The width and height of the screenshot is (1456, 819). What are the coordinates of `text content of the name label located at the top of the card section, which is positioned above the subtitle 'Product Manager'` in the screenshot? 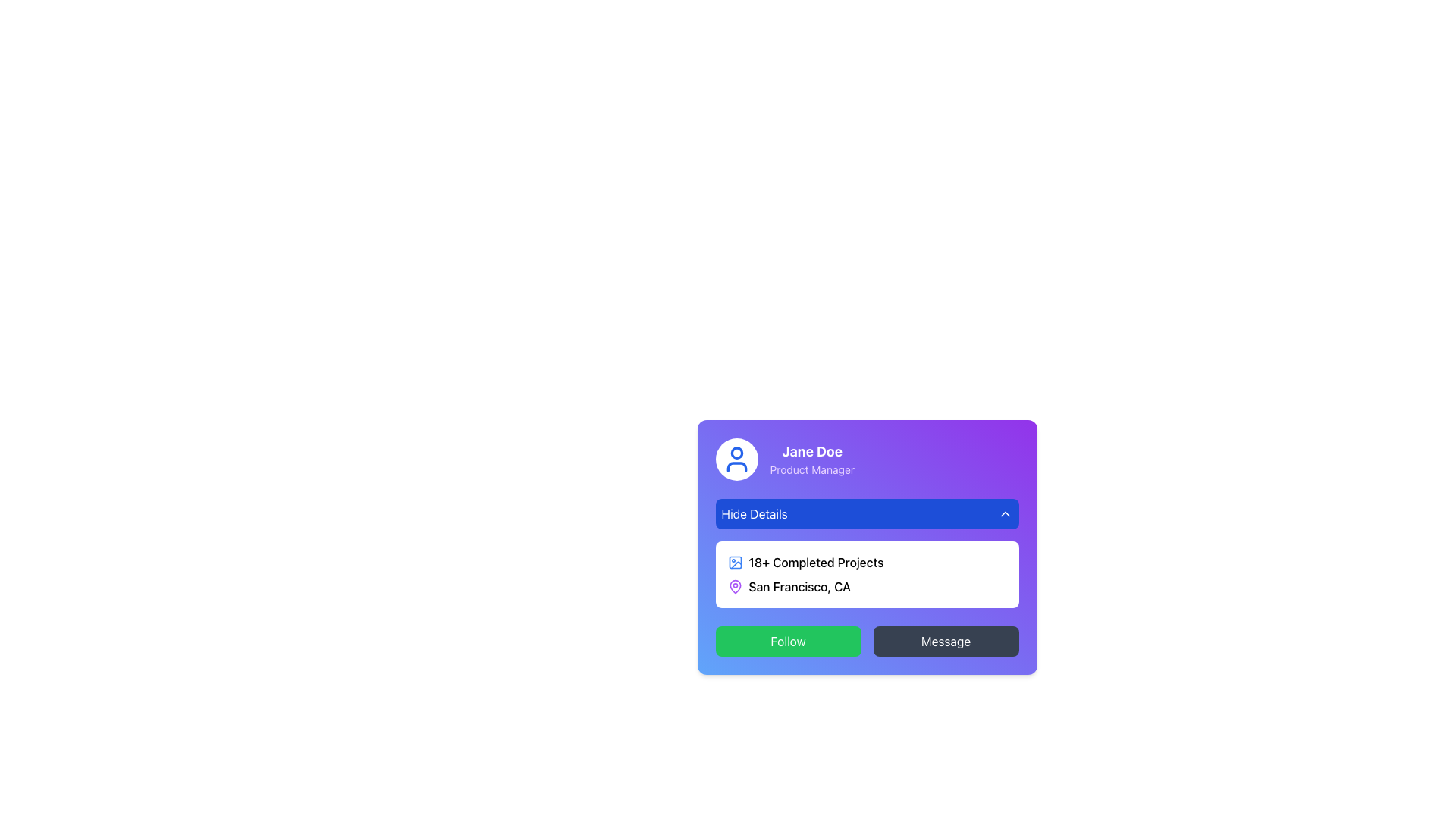 It's located at (811, 451).